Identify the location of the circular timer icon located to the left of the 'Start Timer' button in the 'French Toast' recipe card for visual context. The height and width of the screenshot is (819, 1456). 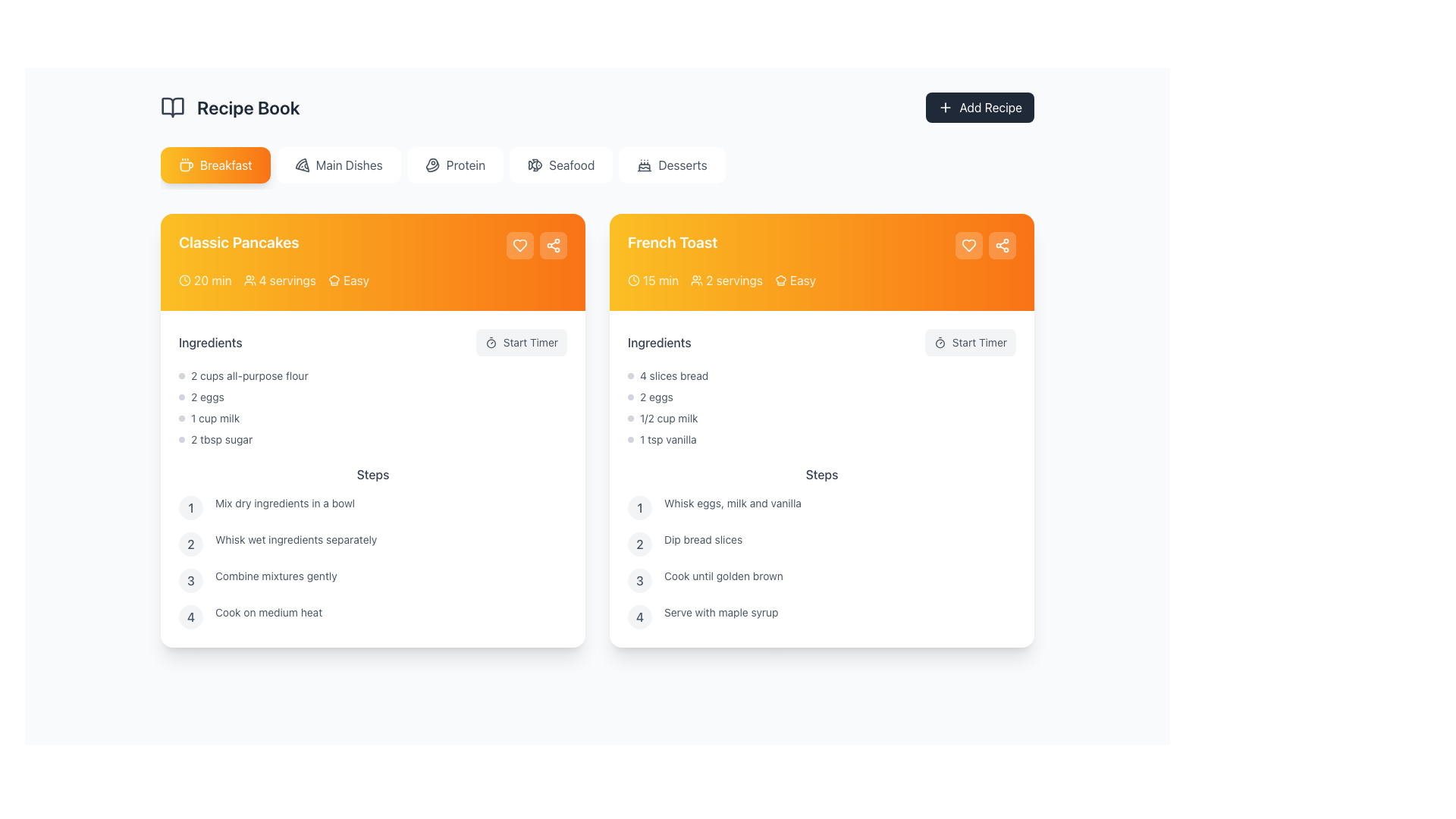
(939, 342).